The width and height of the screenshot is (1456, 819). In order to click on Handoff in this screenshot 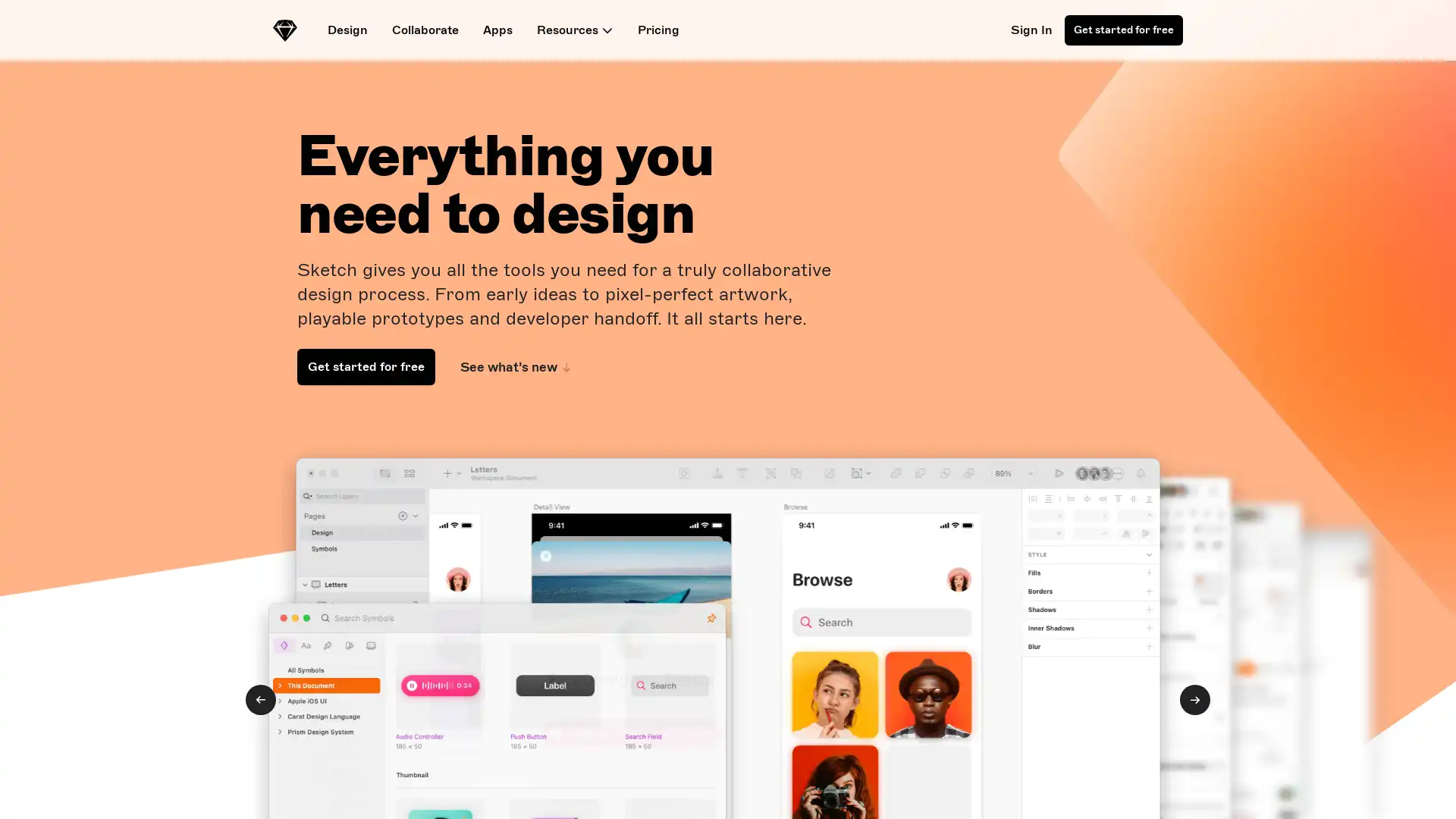, I will do `click(261, 699)`.